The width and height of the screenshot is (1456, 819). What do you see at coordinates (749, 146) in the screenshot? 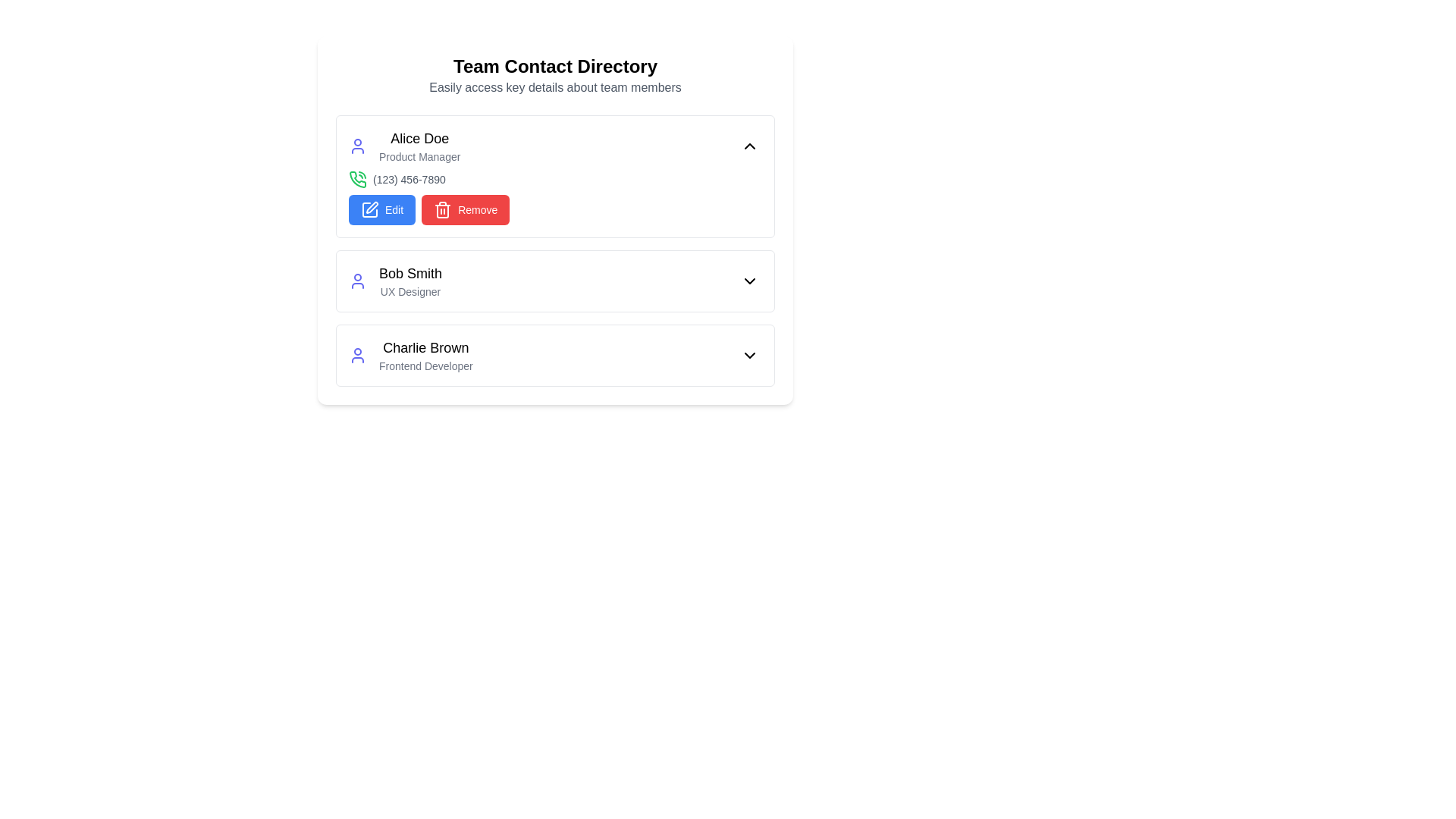
I see `the chevron-up icon located at the far right inside the card titled 'Alice Doe', to the right of 'Product Manager' text, to observe the hover effects` at bounding box center [749, 146].